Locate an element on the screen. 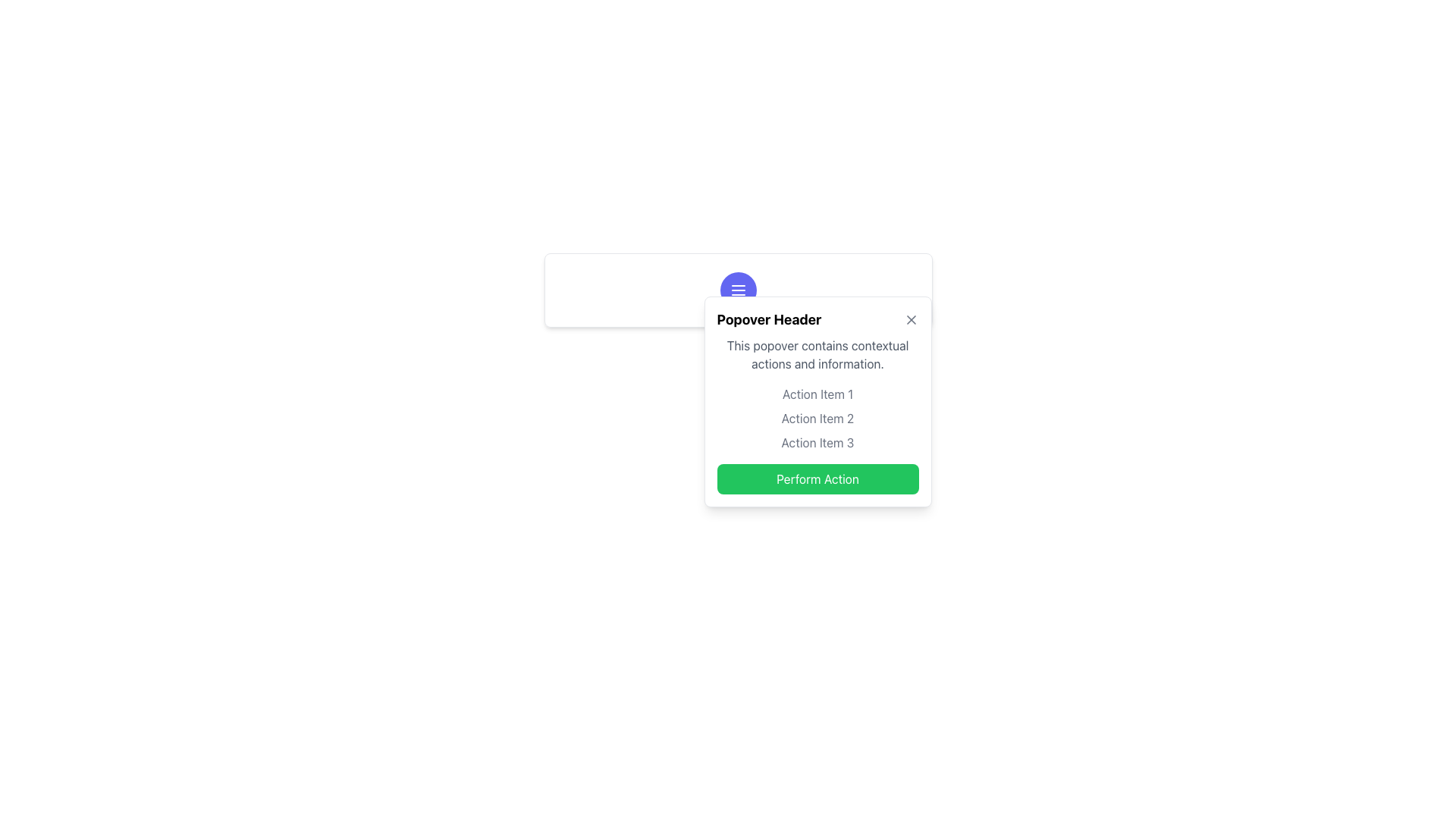  the third selectable action item in the popover, located below the header 'Popover Header' and above the green button 'Perform Action' is located at coordinates (817, 442).